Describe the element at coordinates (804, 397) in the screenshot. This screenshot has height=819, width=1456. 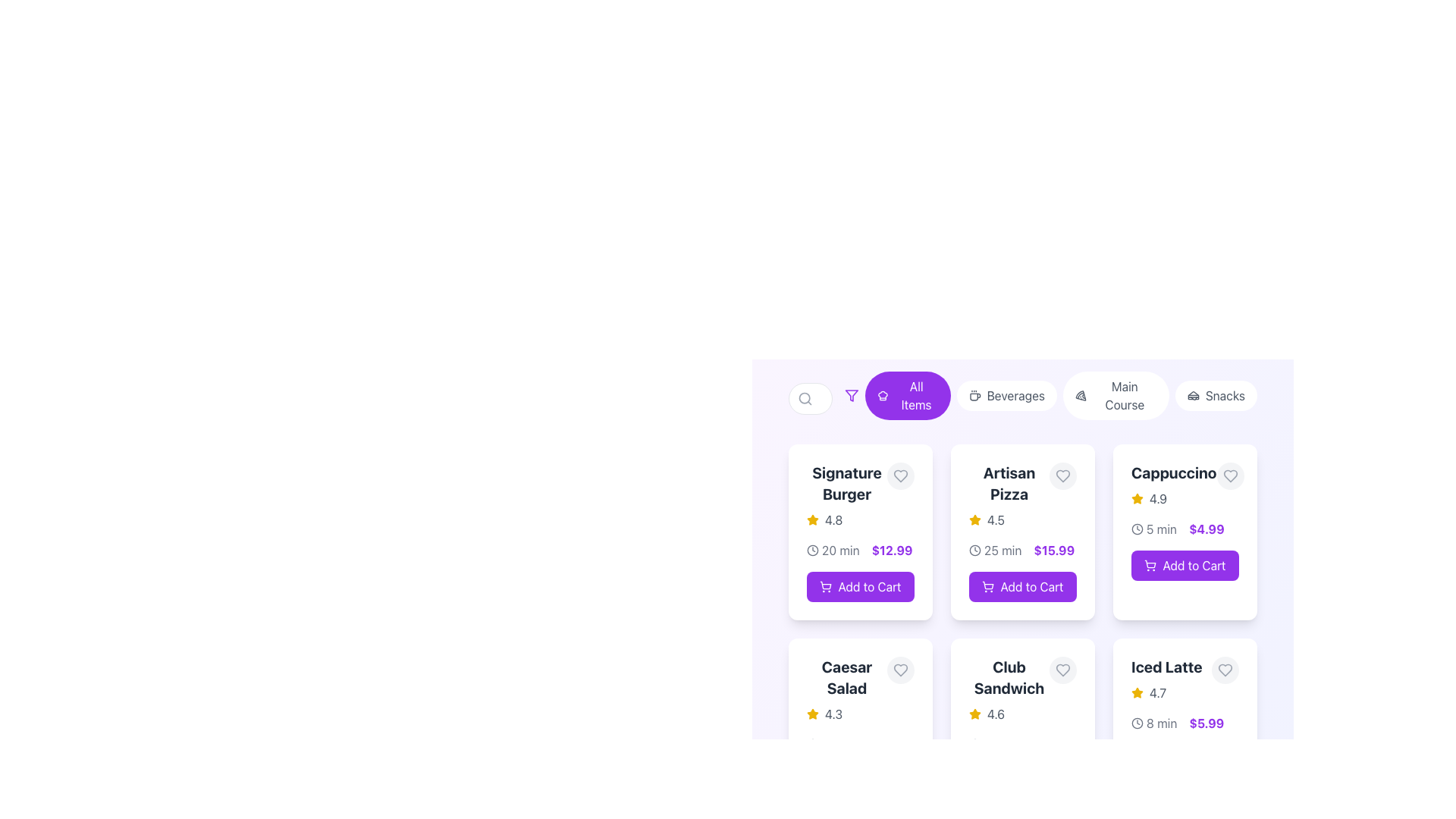
I see `the magnifying glass icon located at the left side of the search input field` at that location.